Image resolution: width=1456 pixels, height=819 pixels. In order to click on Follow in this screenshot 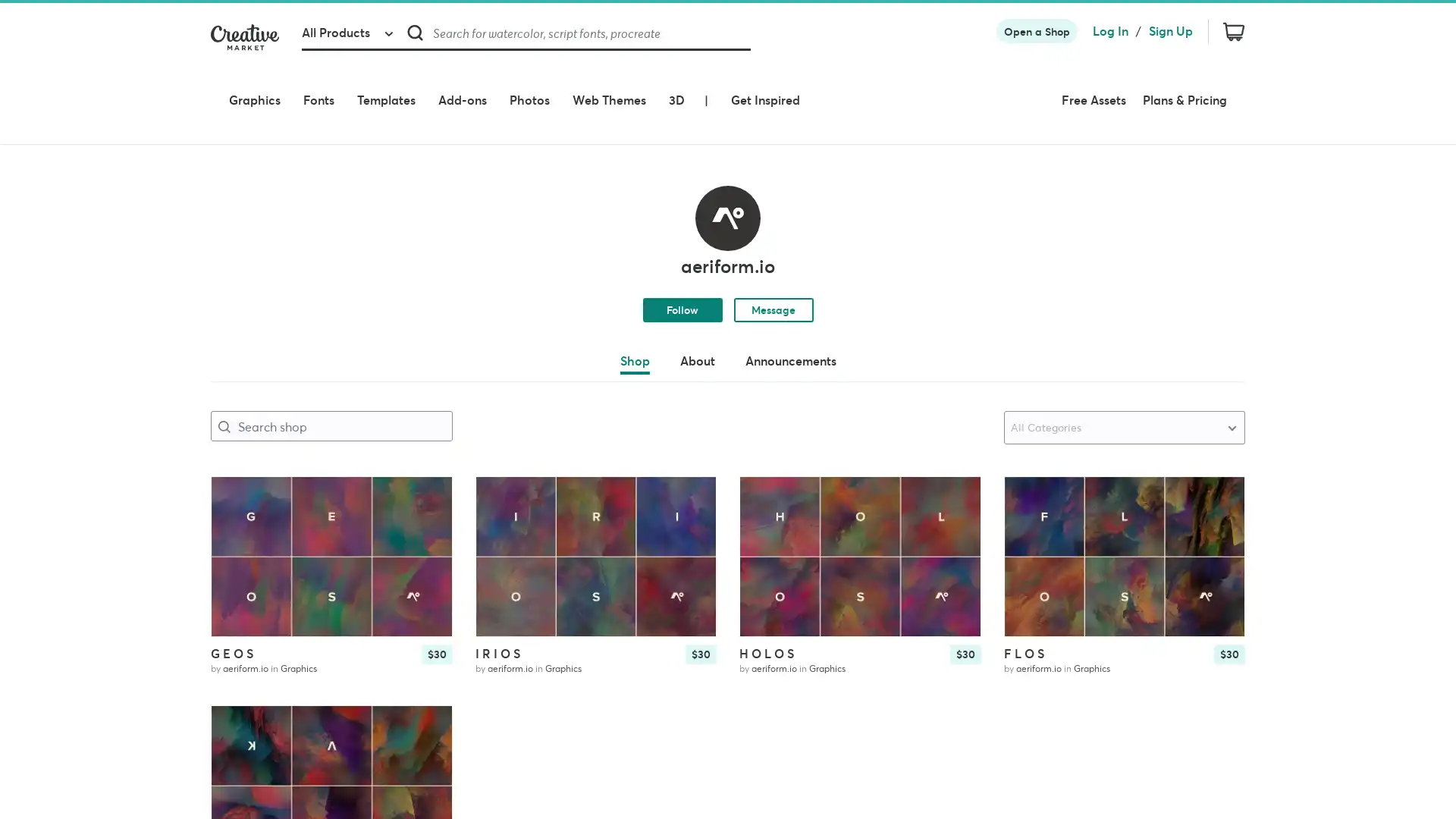, I will do `click(681, 254)`.